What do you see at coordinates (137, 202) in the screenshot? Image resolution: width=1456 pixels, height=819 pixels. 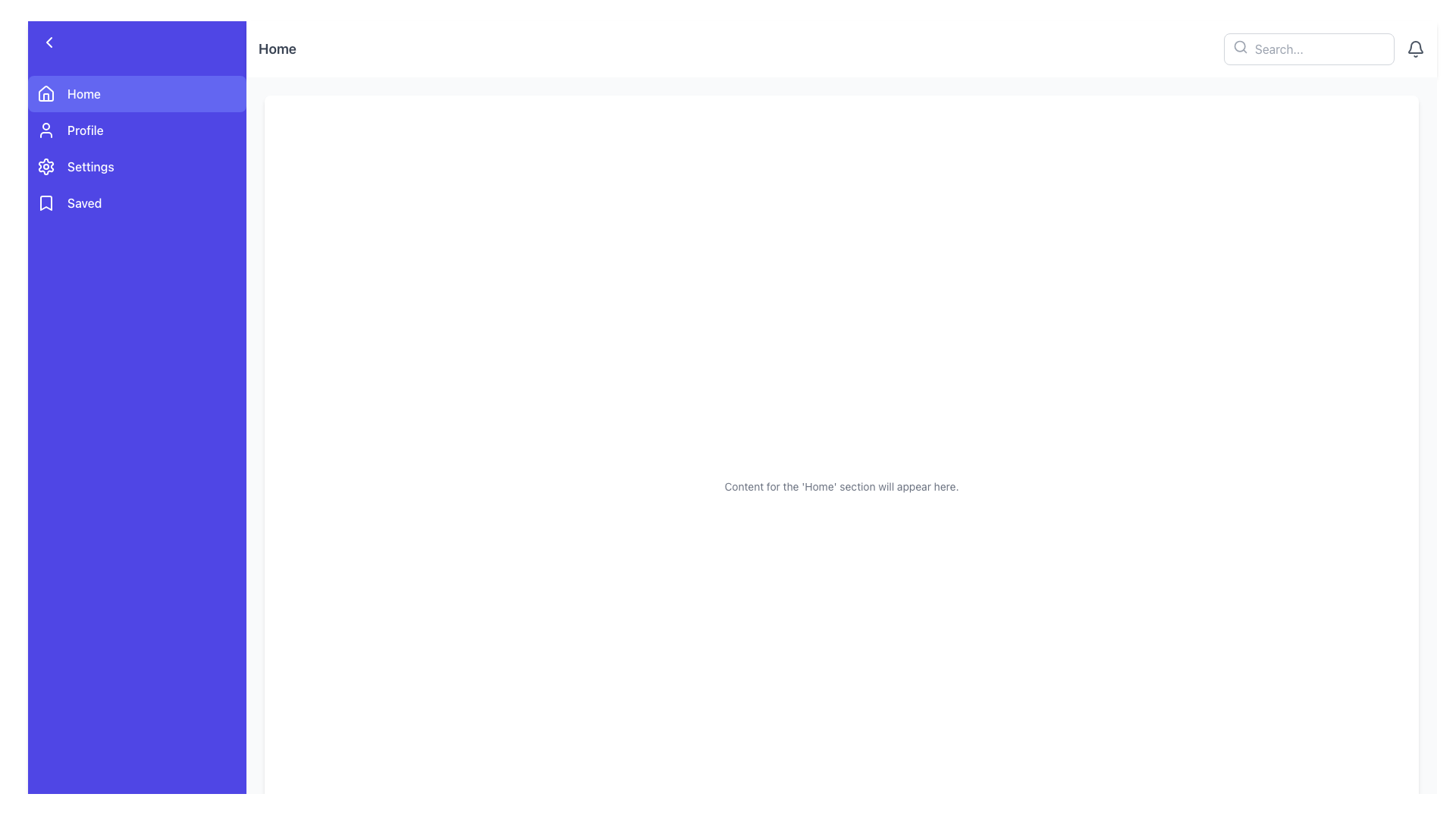 I see `the 'Saved' button with a bookmark icon located in the sidebar for keyboard navigation` at bounding box center [137, 202].